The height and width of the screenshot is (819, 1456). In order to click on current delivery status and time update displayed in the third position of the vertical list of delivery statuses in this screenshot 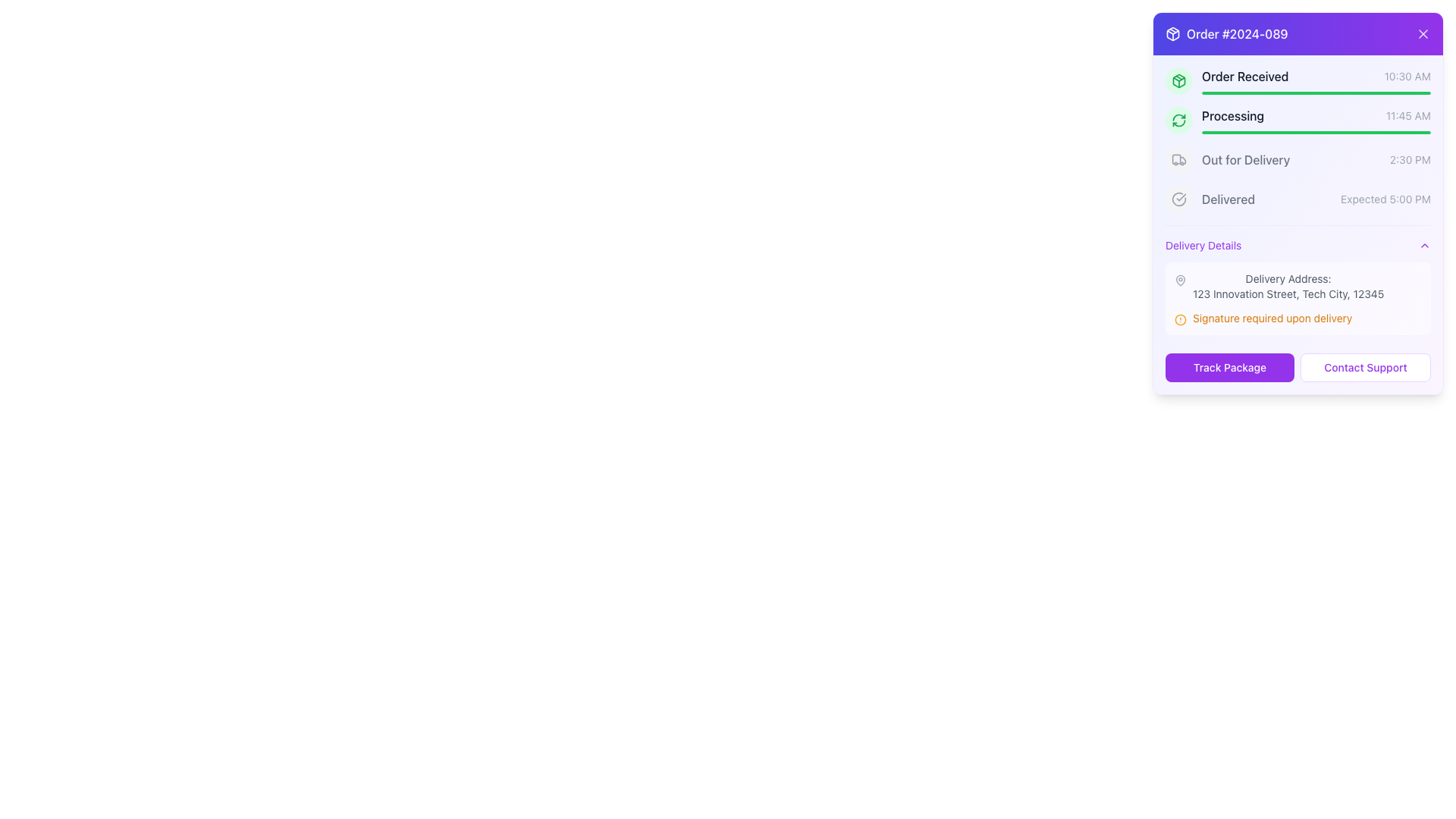, I will do `click(1316, 160)`.